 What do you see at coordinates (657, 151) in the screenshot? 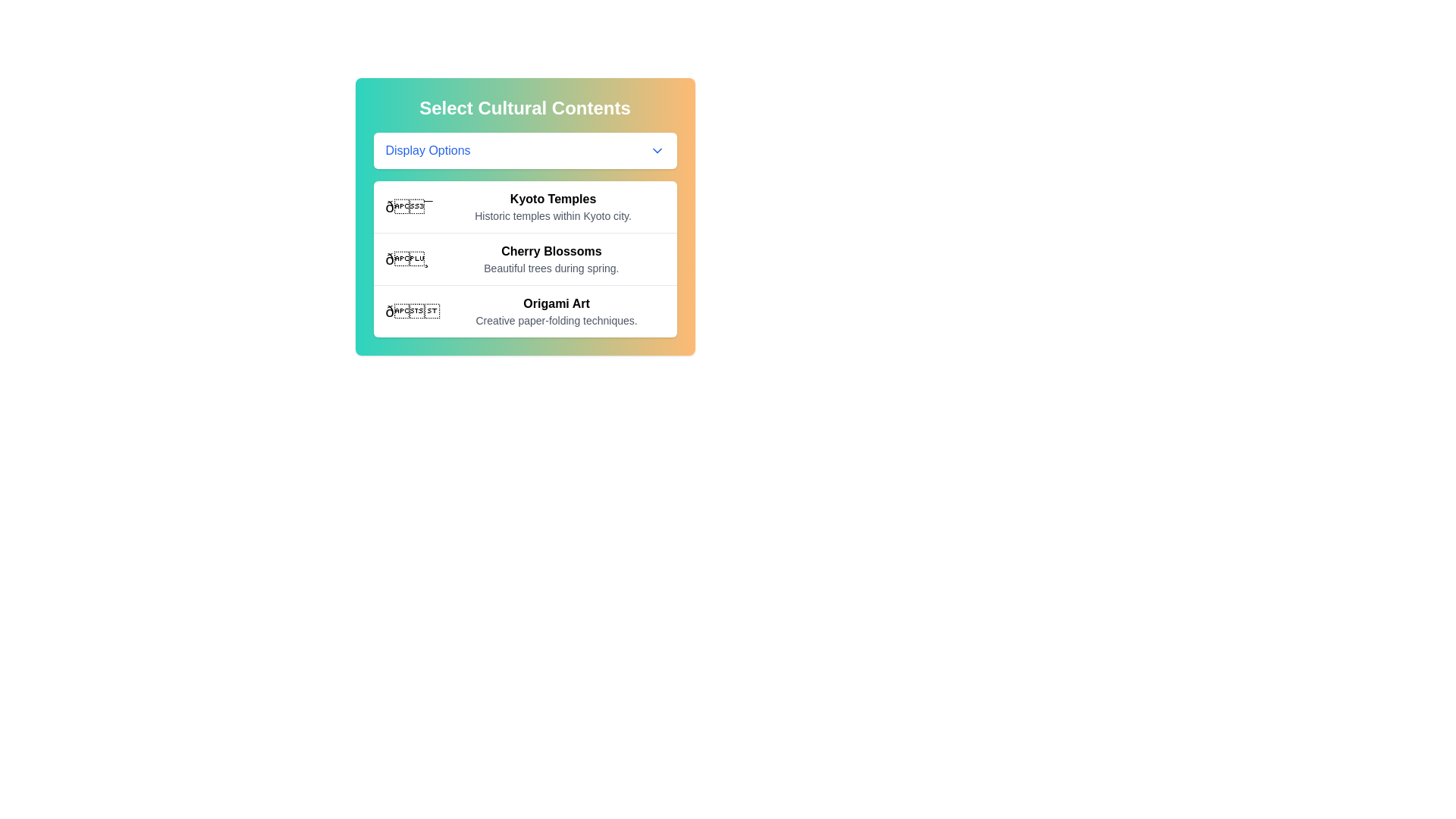
I see `the dropdown indicator icon located at the far right end of the 'Display Options' button` at bounding box center [657, 151].